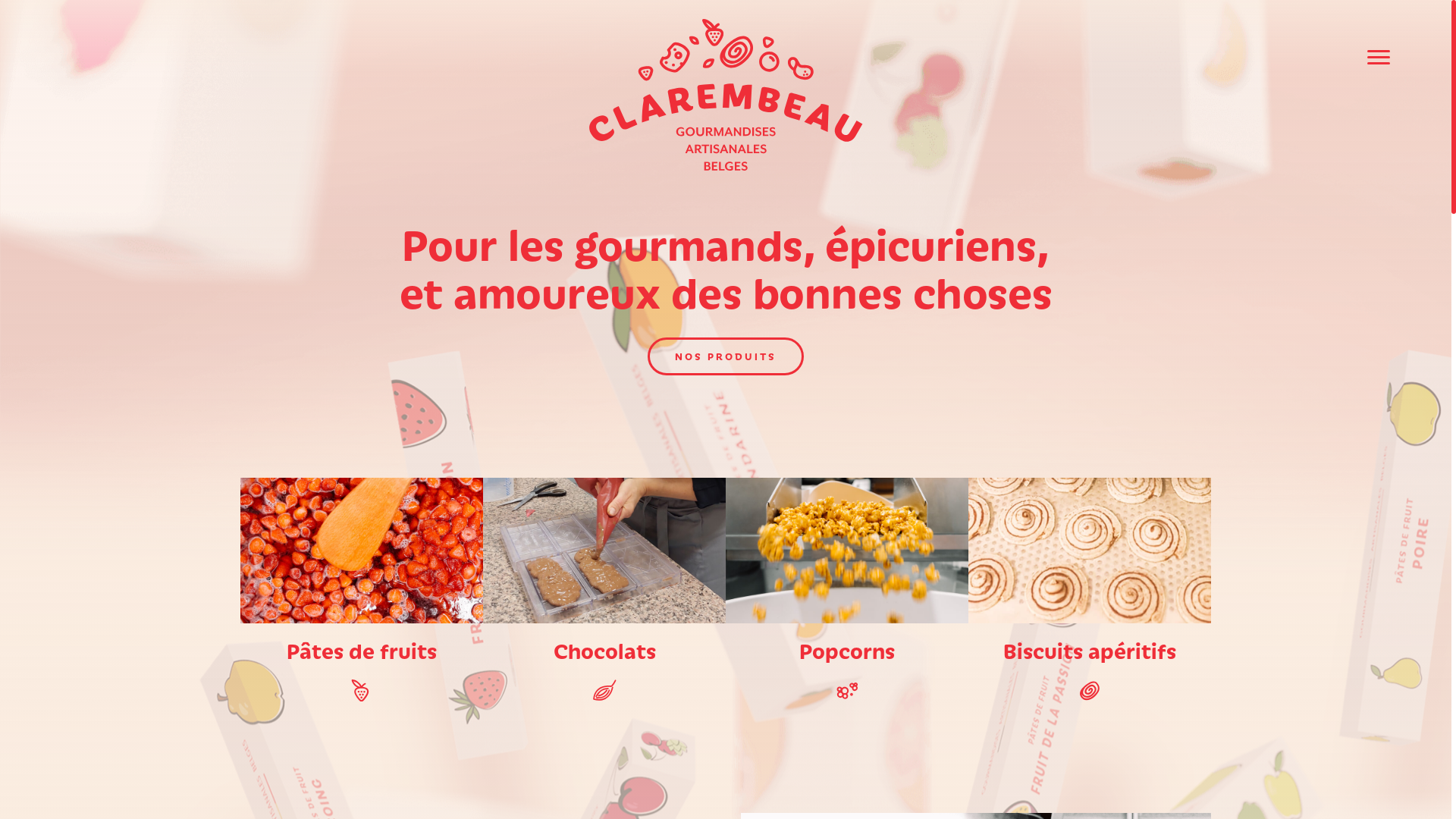  I want to click on 'Toggle navigation', so click(1379, 56).